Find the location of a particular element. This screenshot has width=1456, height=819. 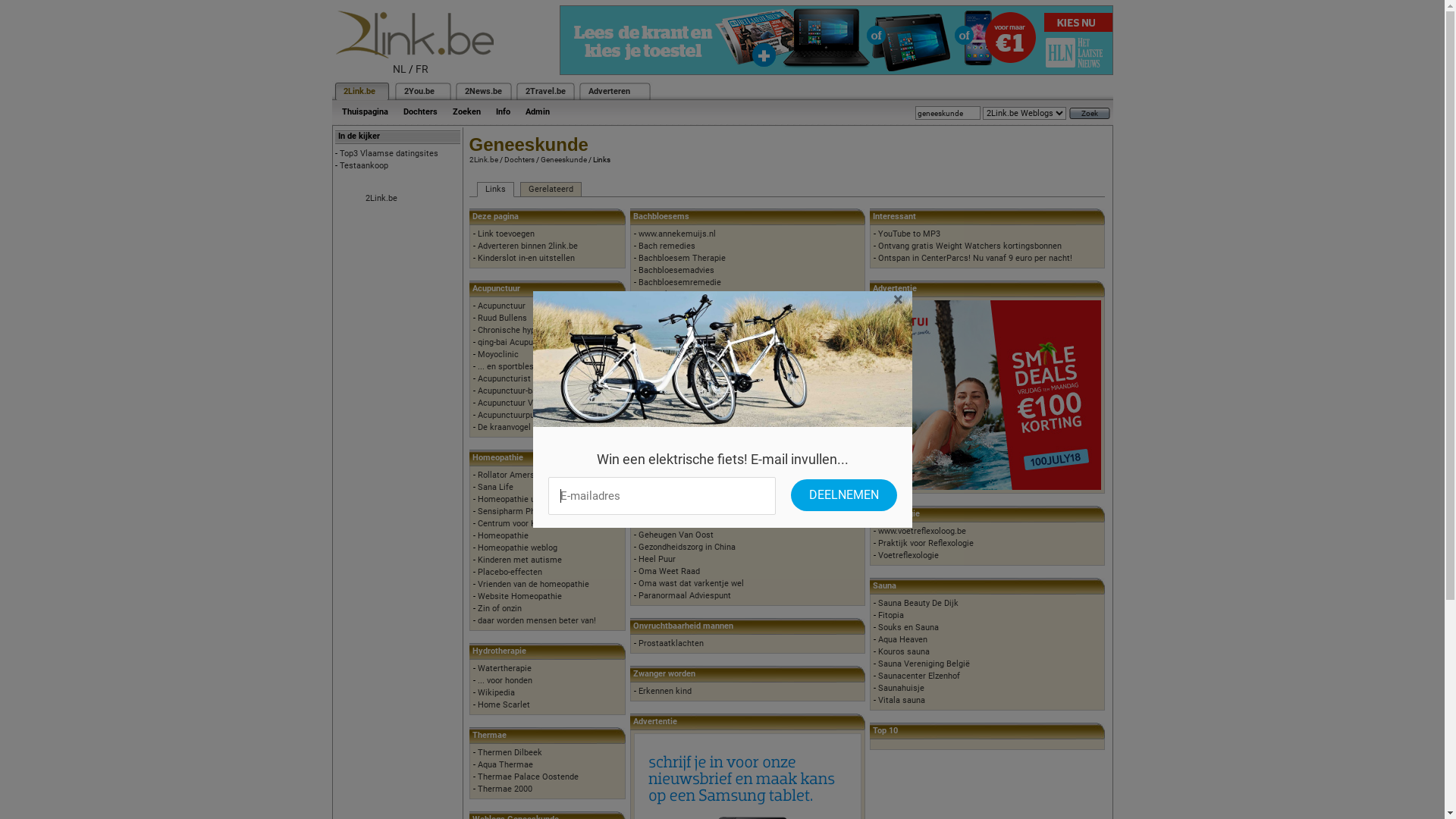

'Thermen Dilbeek' is located at coordinates (510, 752).